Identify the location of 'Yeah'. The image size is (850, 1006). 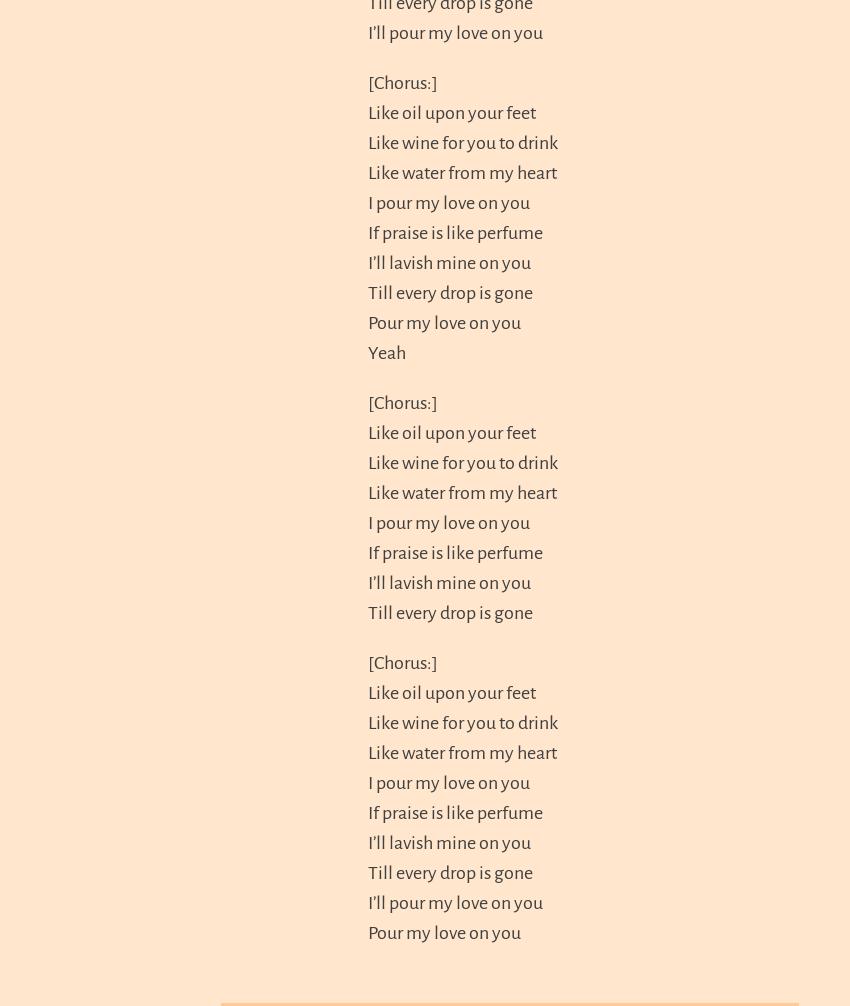
(387, 350).